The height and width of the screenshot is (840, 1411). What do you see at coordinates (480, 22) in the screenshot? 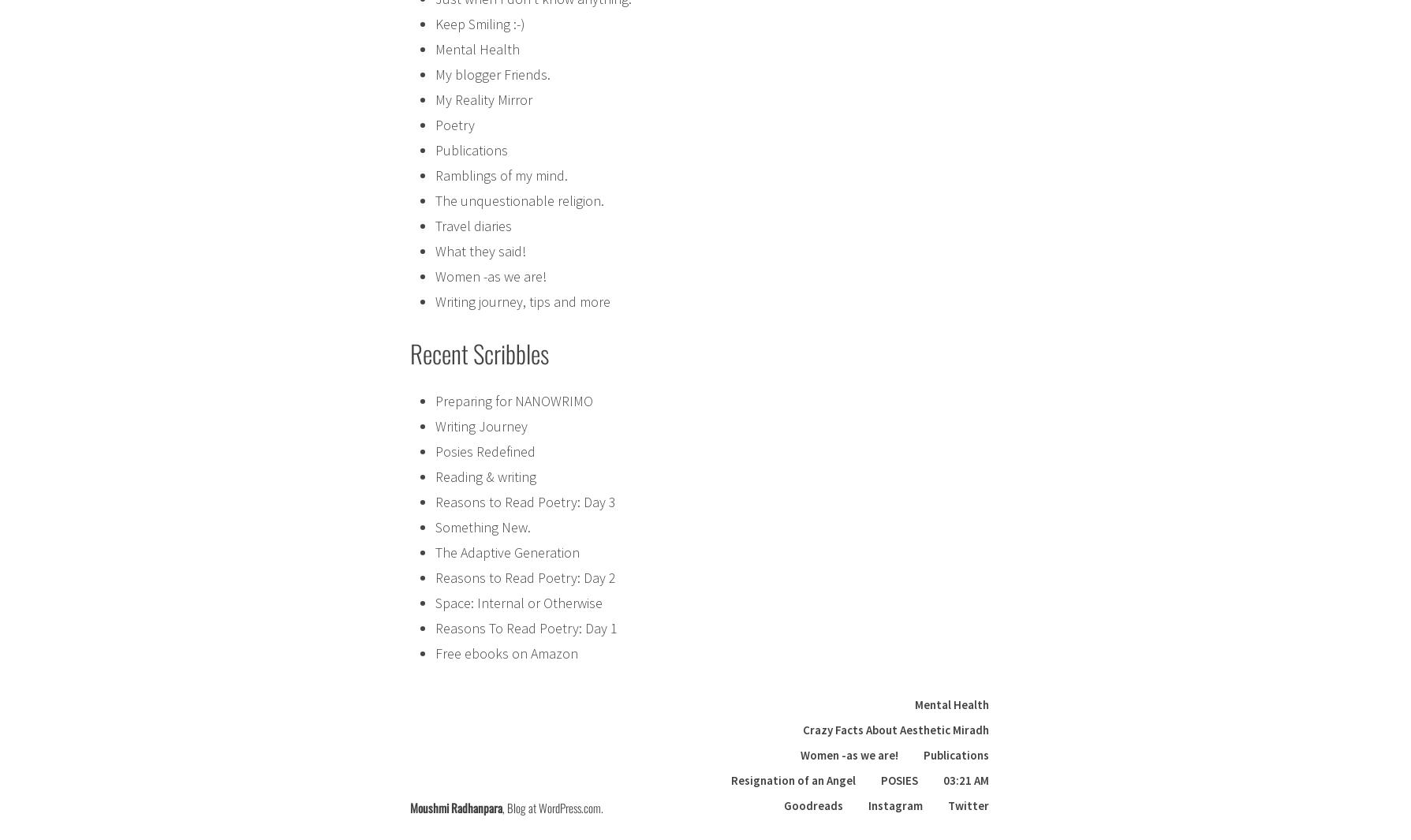
I see `'Keep Smiling :-)'` at bounding box center [480, 22].